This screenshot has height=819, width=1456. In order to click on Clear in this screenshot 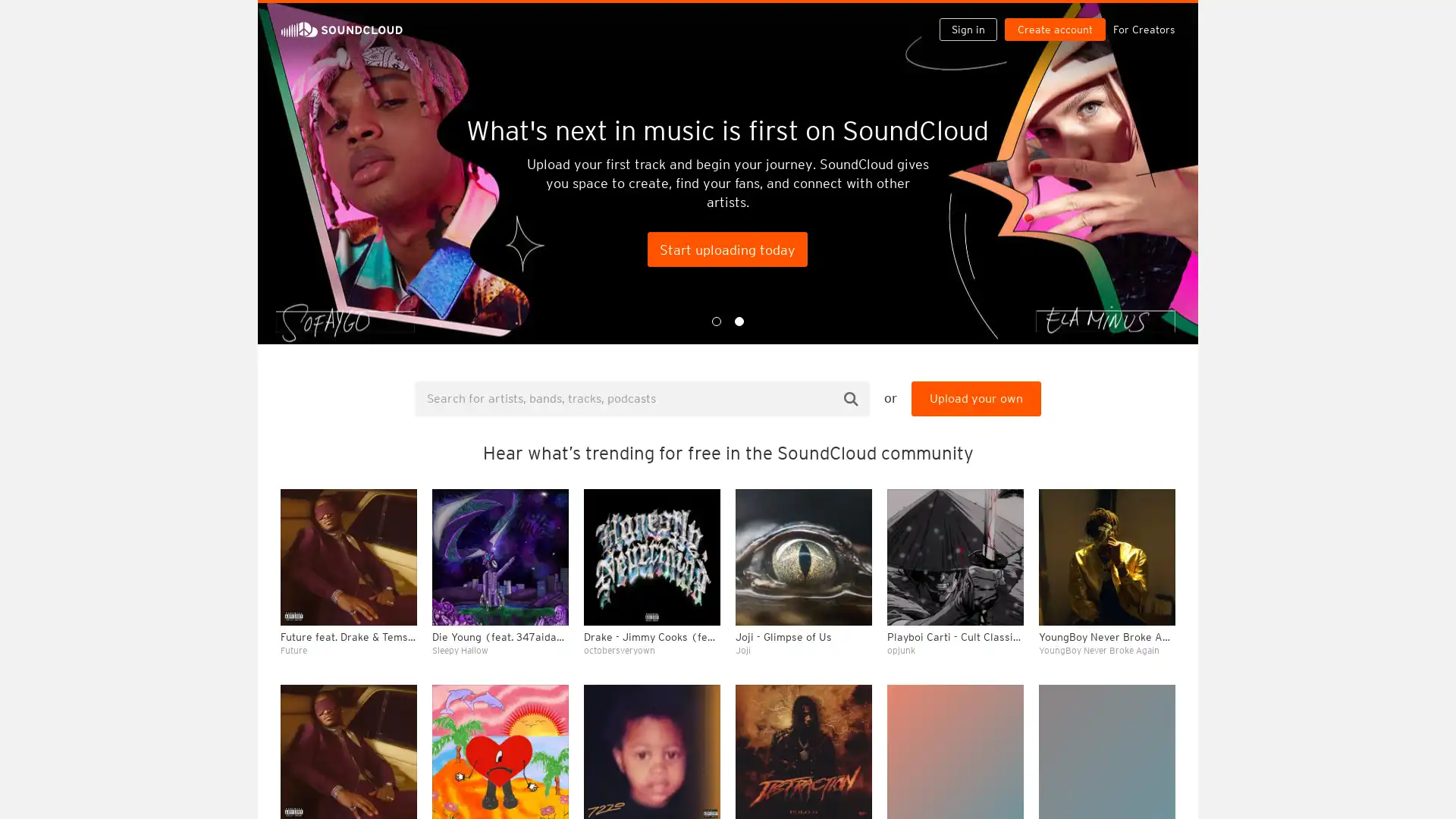, I will do `click(1124, 414)`.